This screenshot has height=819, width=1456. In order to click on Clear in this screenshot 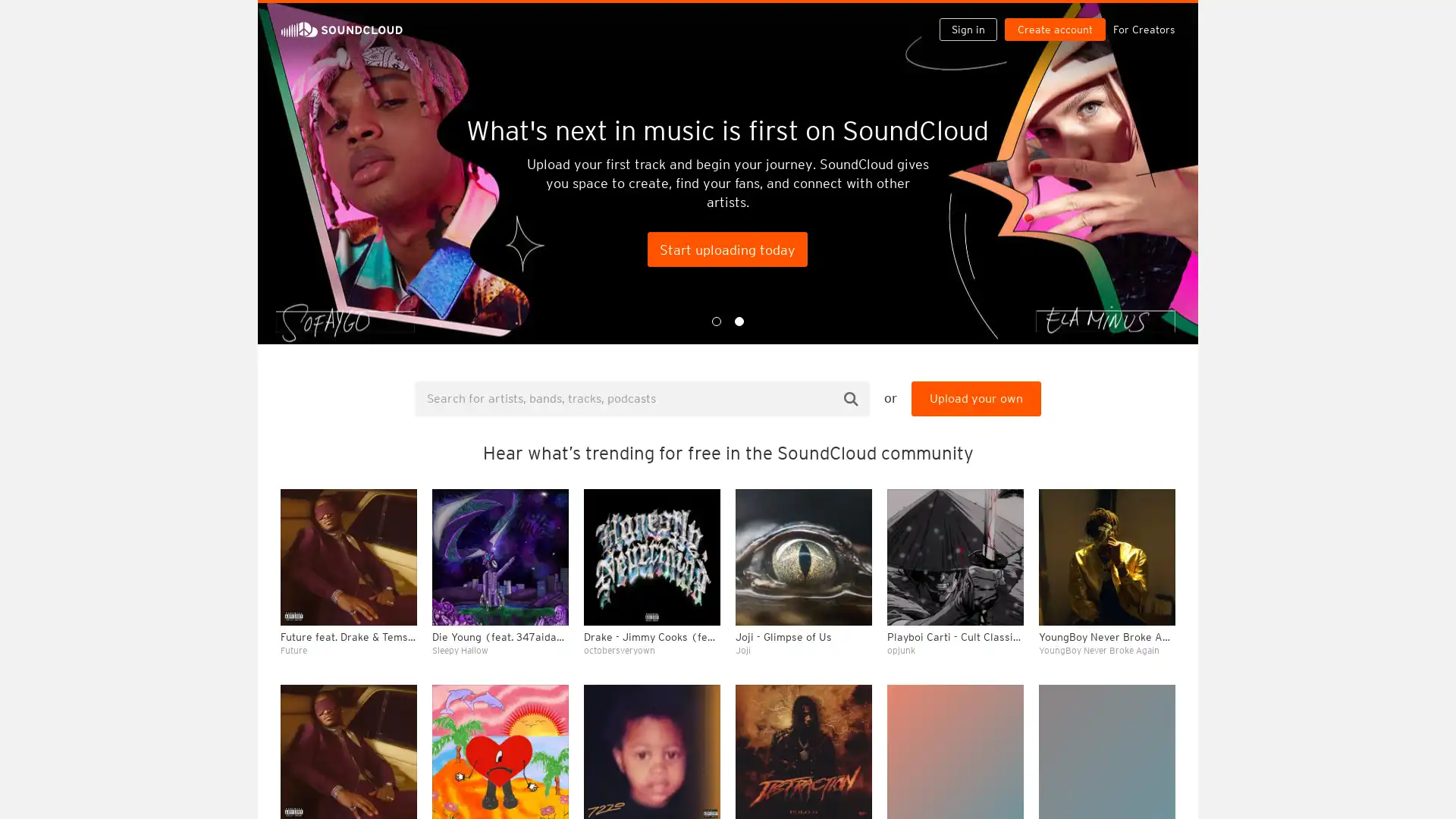, I will do `click(1124, 414)`.